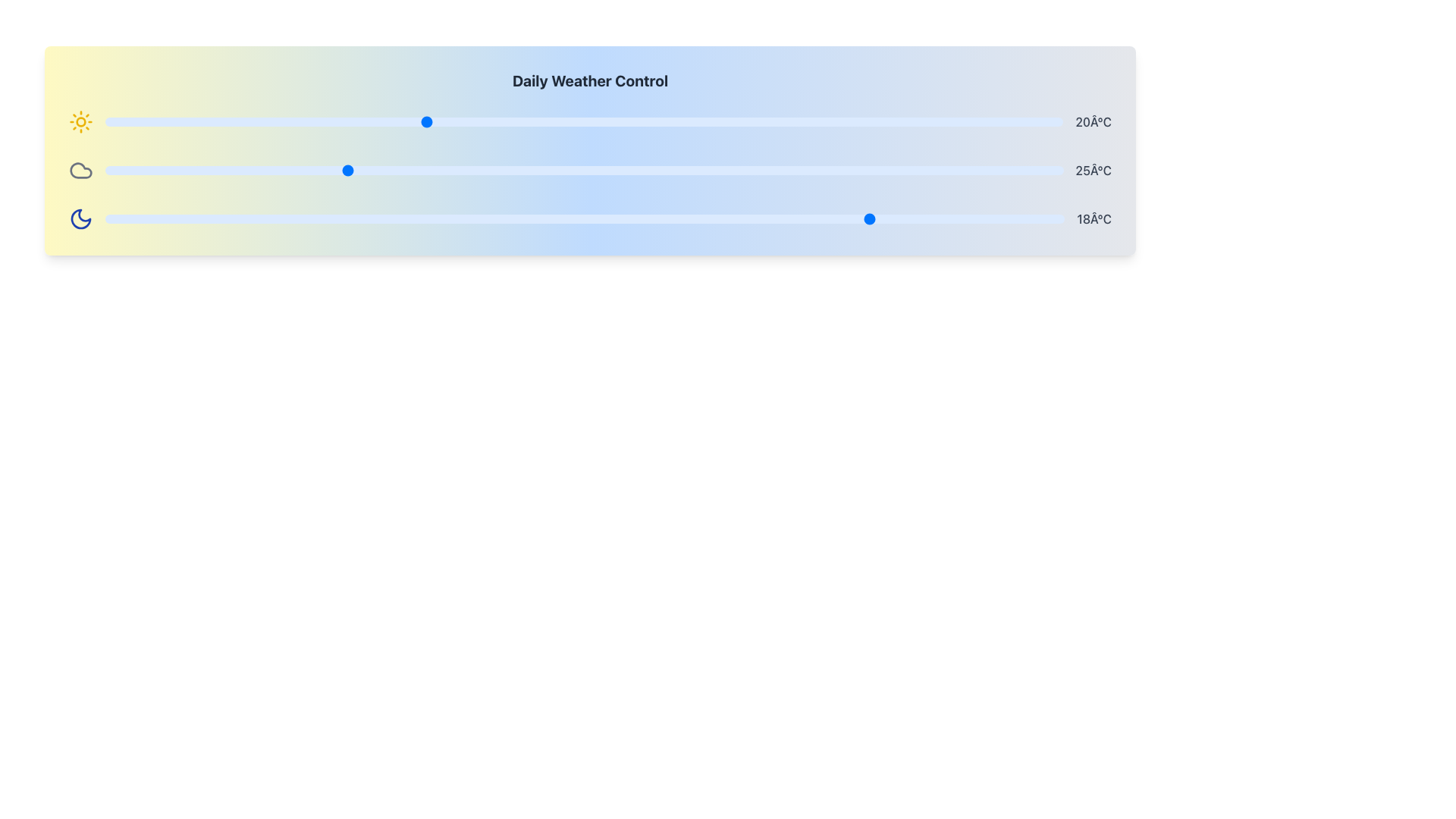 Image resolution: width=1456 pixels, height=819 pixels. Describe the element at coordinates (583, 170) in the screenshot. I see `the thumb of the range slider that adjusts the temperature value, currently set at 25°C` at that location.